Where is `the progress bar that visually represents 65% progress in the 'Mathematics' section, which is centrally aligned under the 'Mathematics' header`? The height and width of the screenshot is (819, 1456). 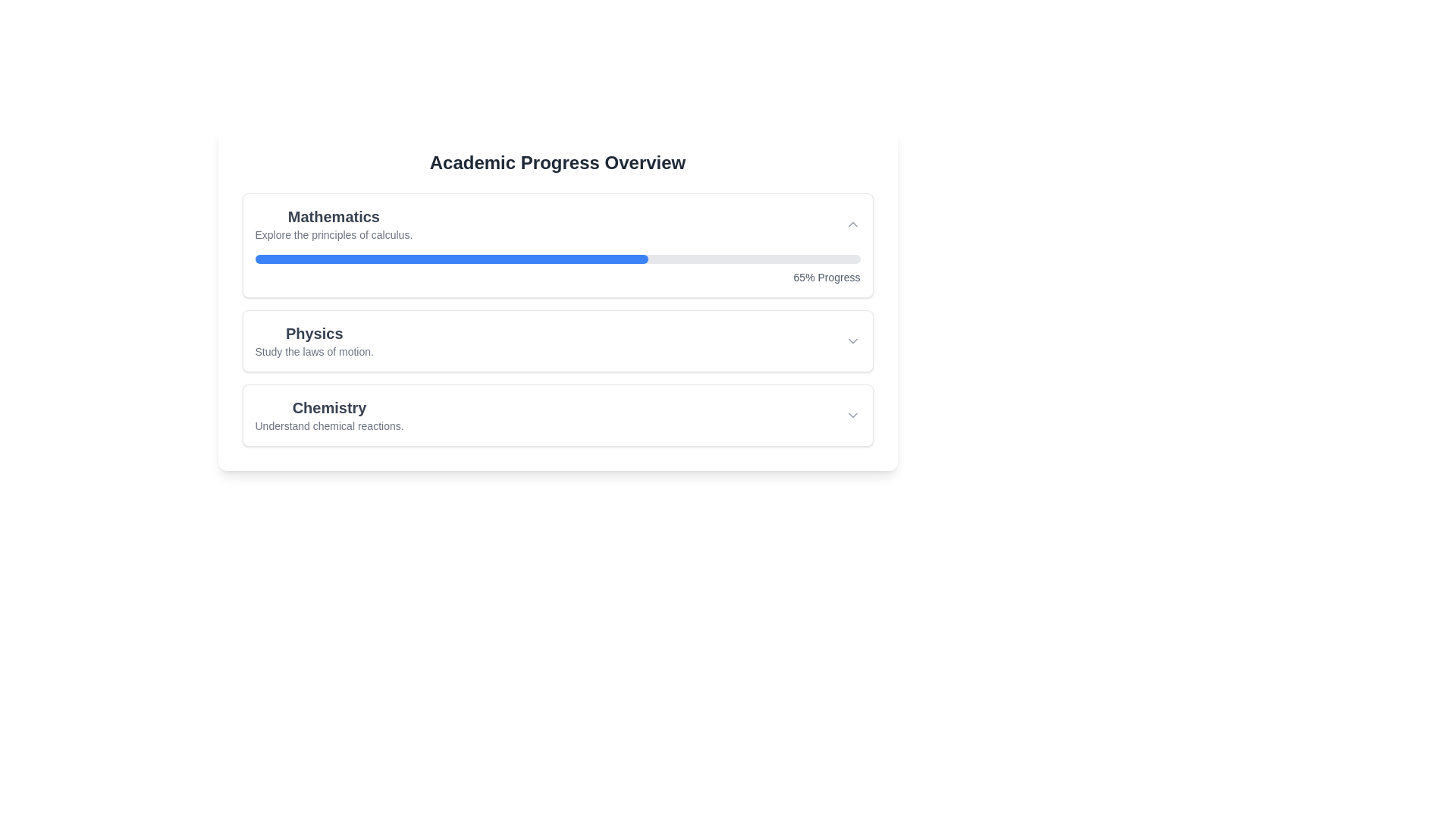
the progress bar that visually represents 65% progress in the 'Mathematics' section, which is centrally aligned under the 'Mathematics' header is located at coordinates (450, 259).